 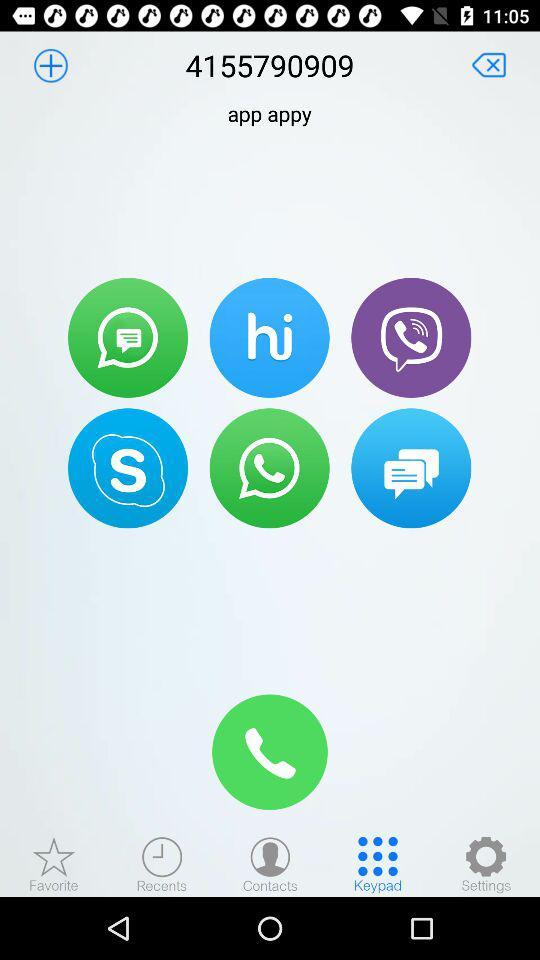 What do you see at coordinates (127, 338) in the screenshot?
I see `the green color chat icon in the first` at bounding box center [127, 338].